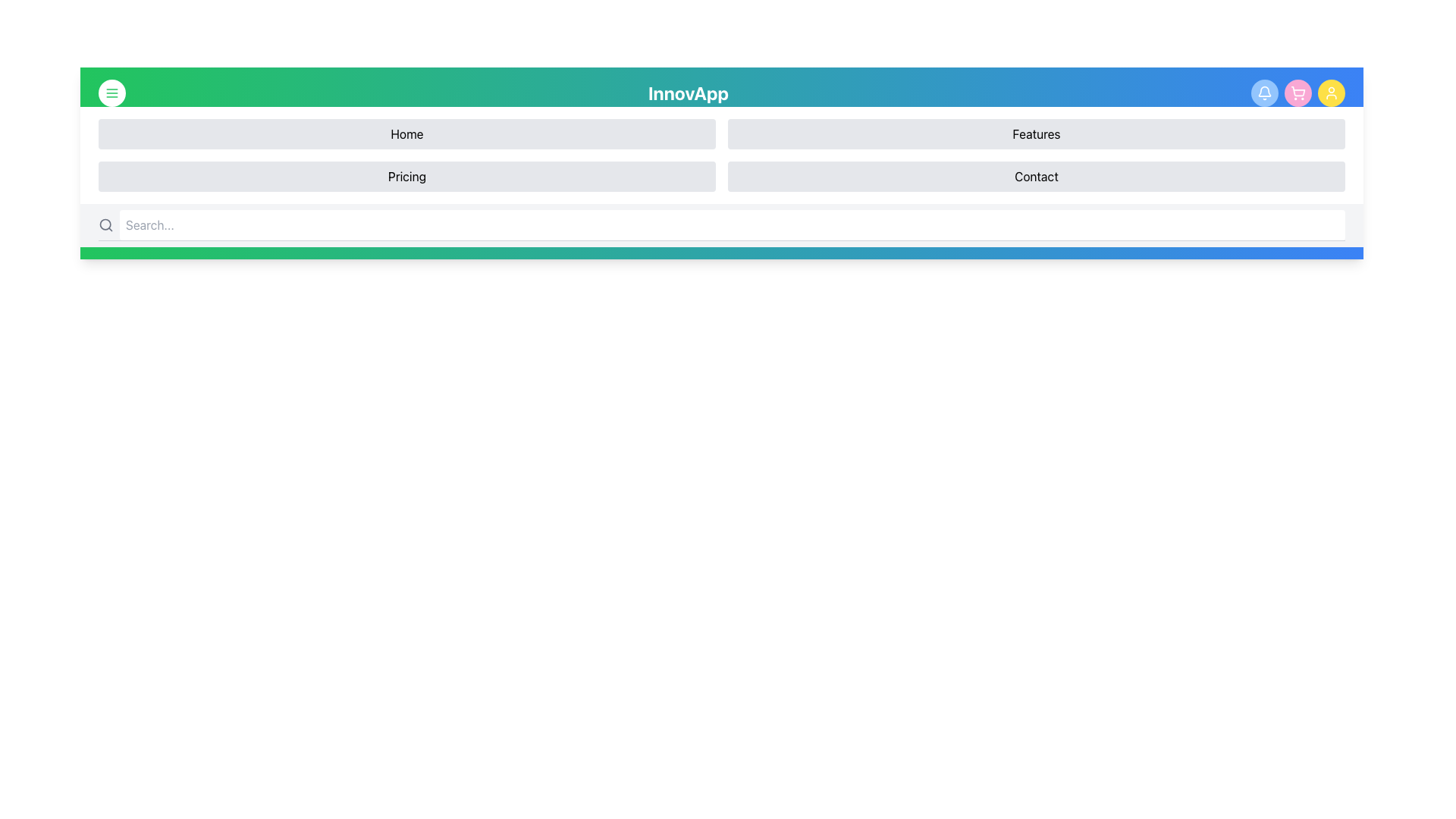  I want to click on the first circular Icon Button in the top-right section of the user interface, so click(1265, 93).